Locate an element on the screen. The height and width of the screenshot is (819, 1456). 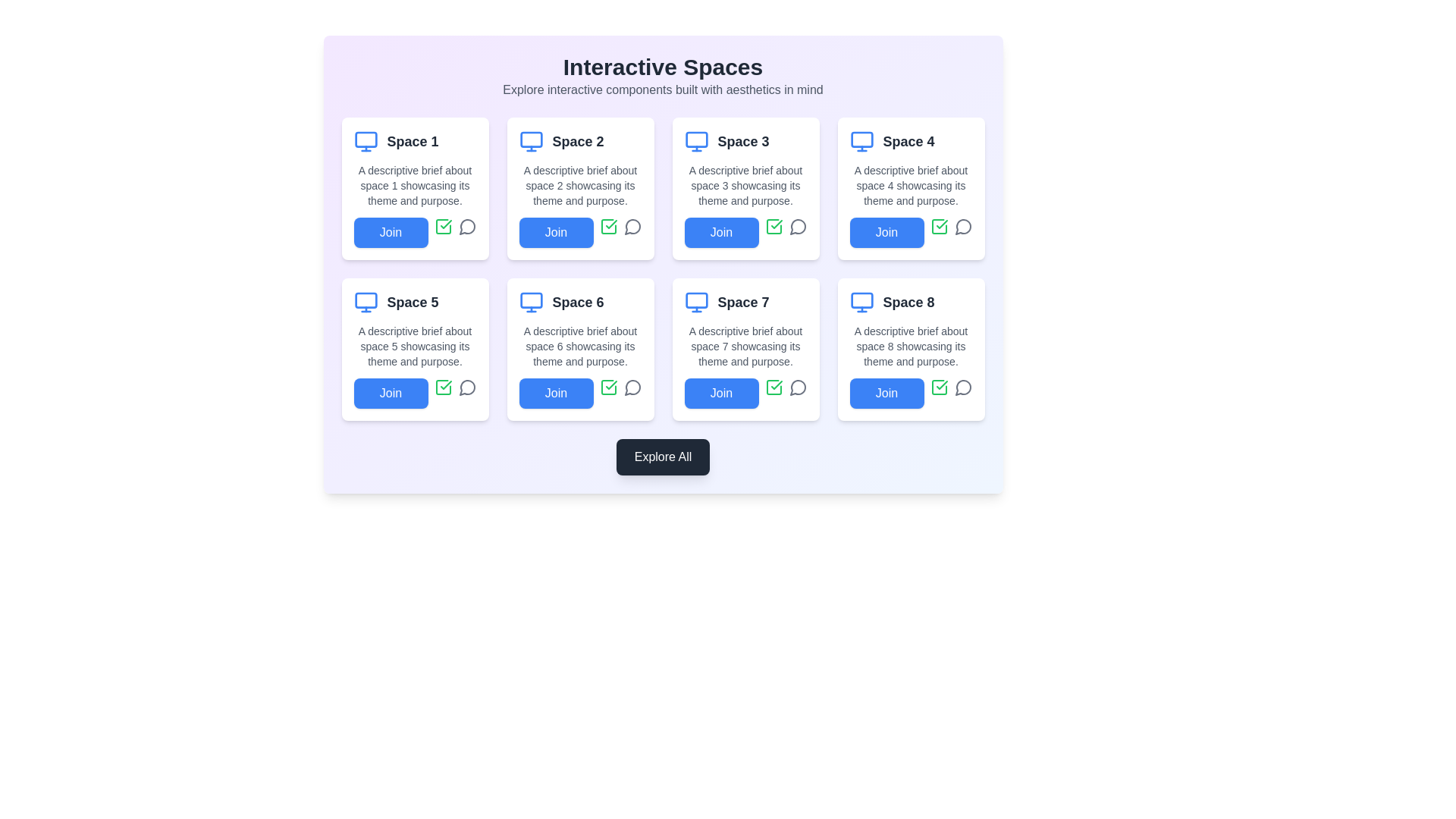
the square-shaped icon with a green checkmark located in the second column of the interactive card for 'Space 4', adjacent to the speech-bubble icon and aligned with the 'Join' button is located at coordinates (938, 227).